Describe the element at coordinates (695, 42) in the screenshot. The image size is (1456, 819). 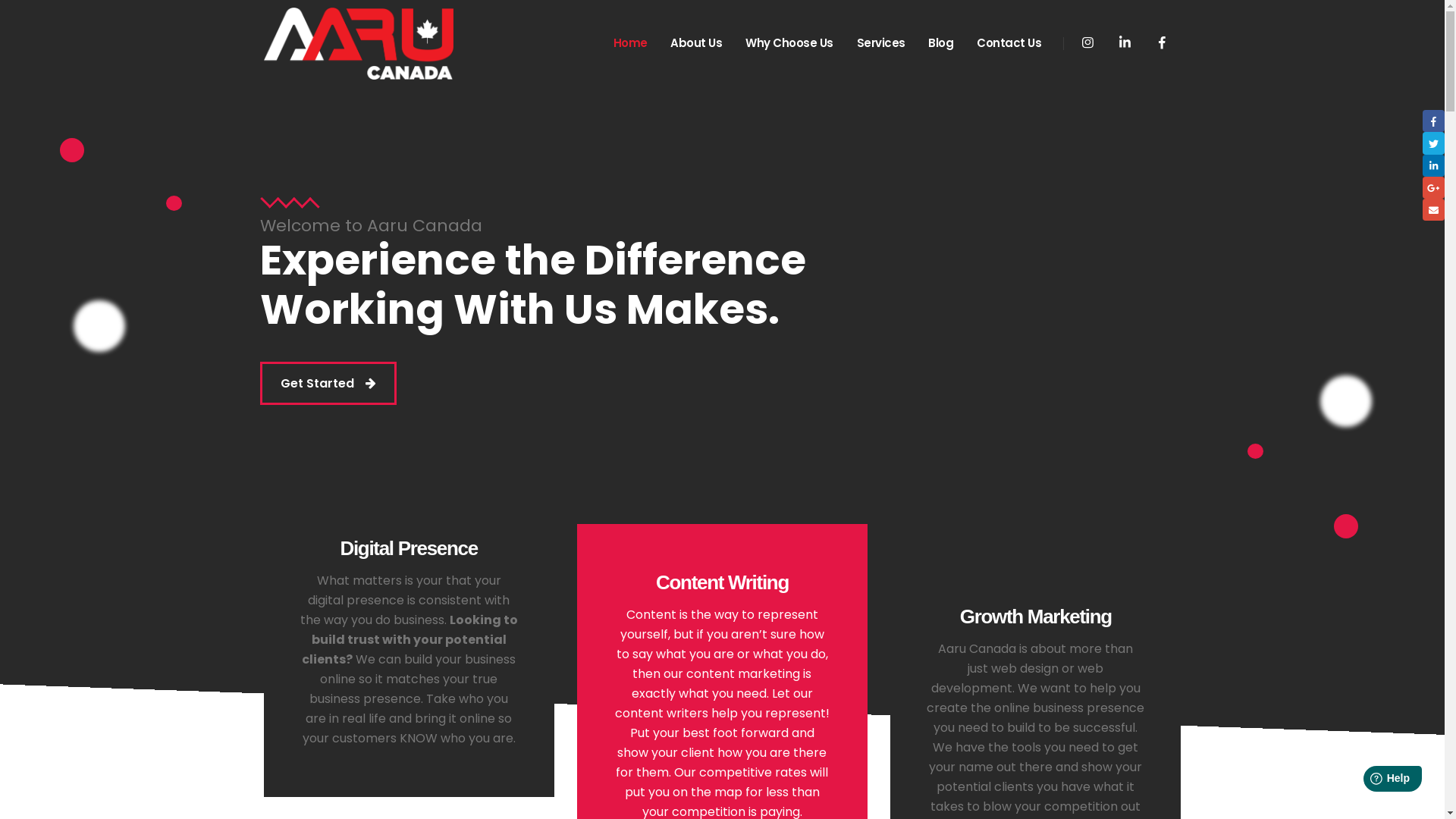
I see `'About Us'` at that location.